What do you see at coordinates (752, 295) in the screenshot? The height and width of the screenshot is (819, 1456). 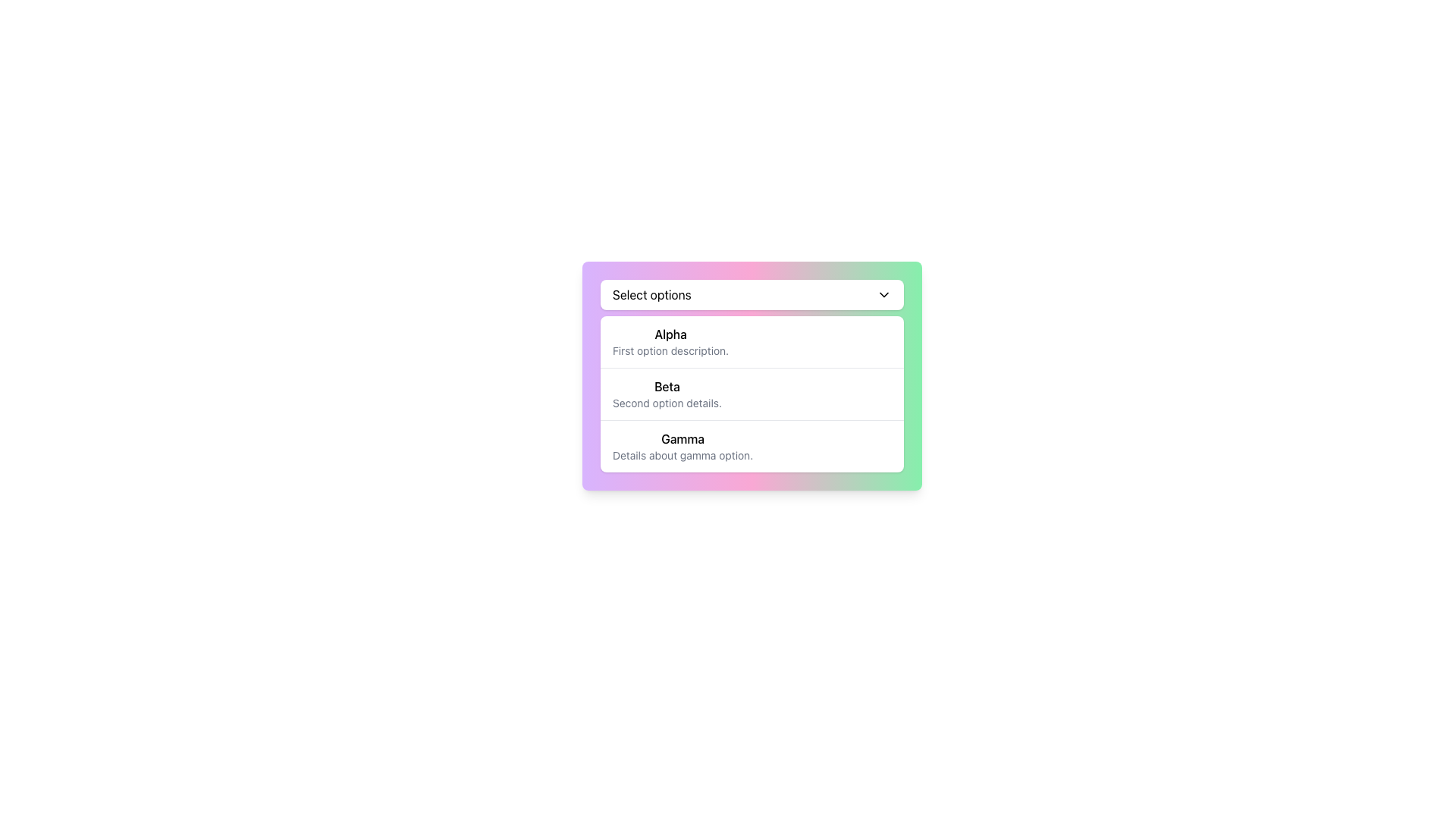 I see `the dropdown menu trigger labeled 'Select options'` at bounding box center [752, 295].